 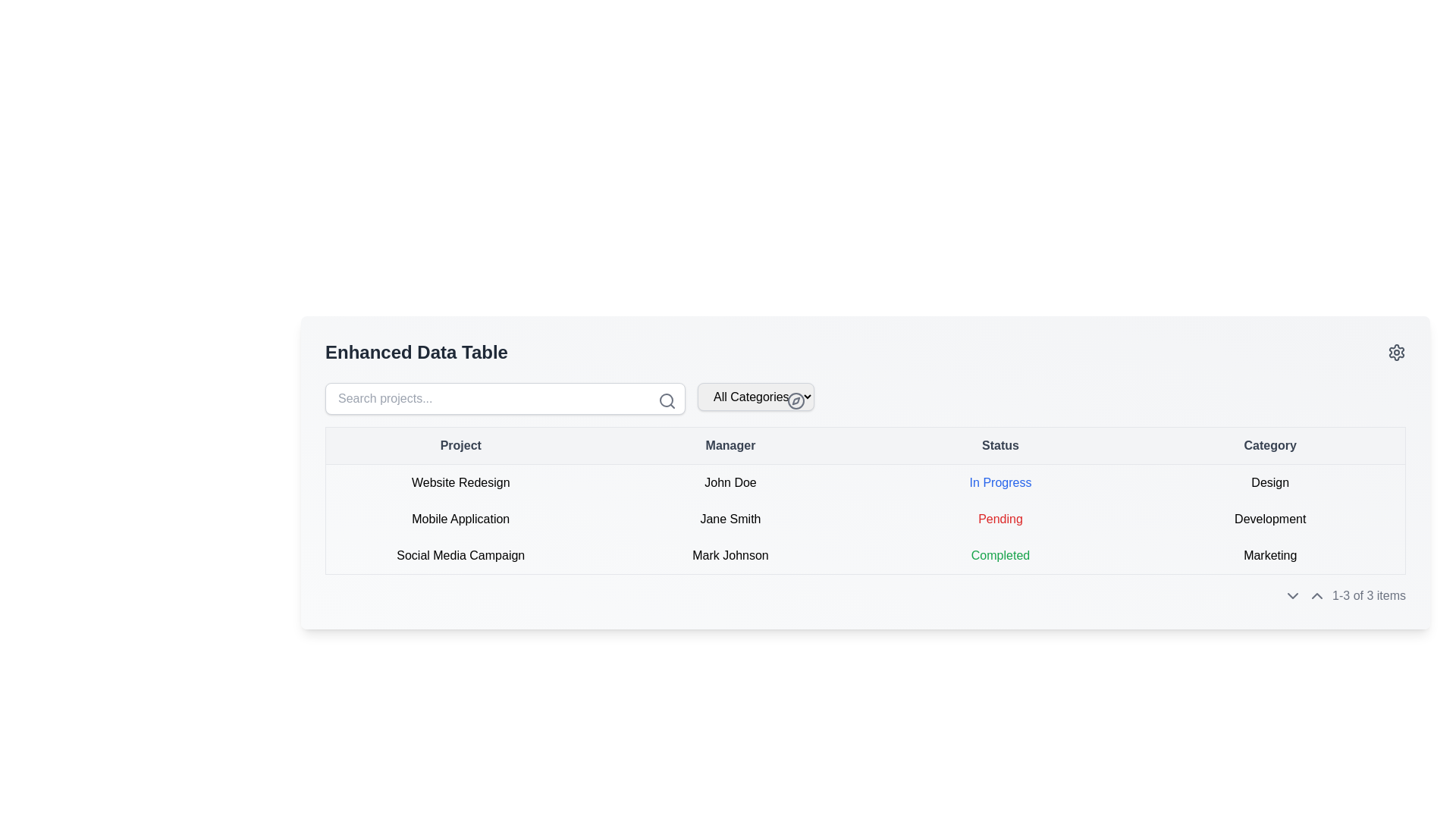 What do you see at coordinates (1000, 556) in the screenshot?
I see `the Text Label that displays the completion status of the 'Social Media Campaign' project in the 'Status' column of the last row in the table` at bounding box center [1000, 556].